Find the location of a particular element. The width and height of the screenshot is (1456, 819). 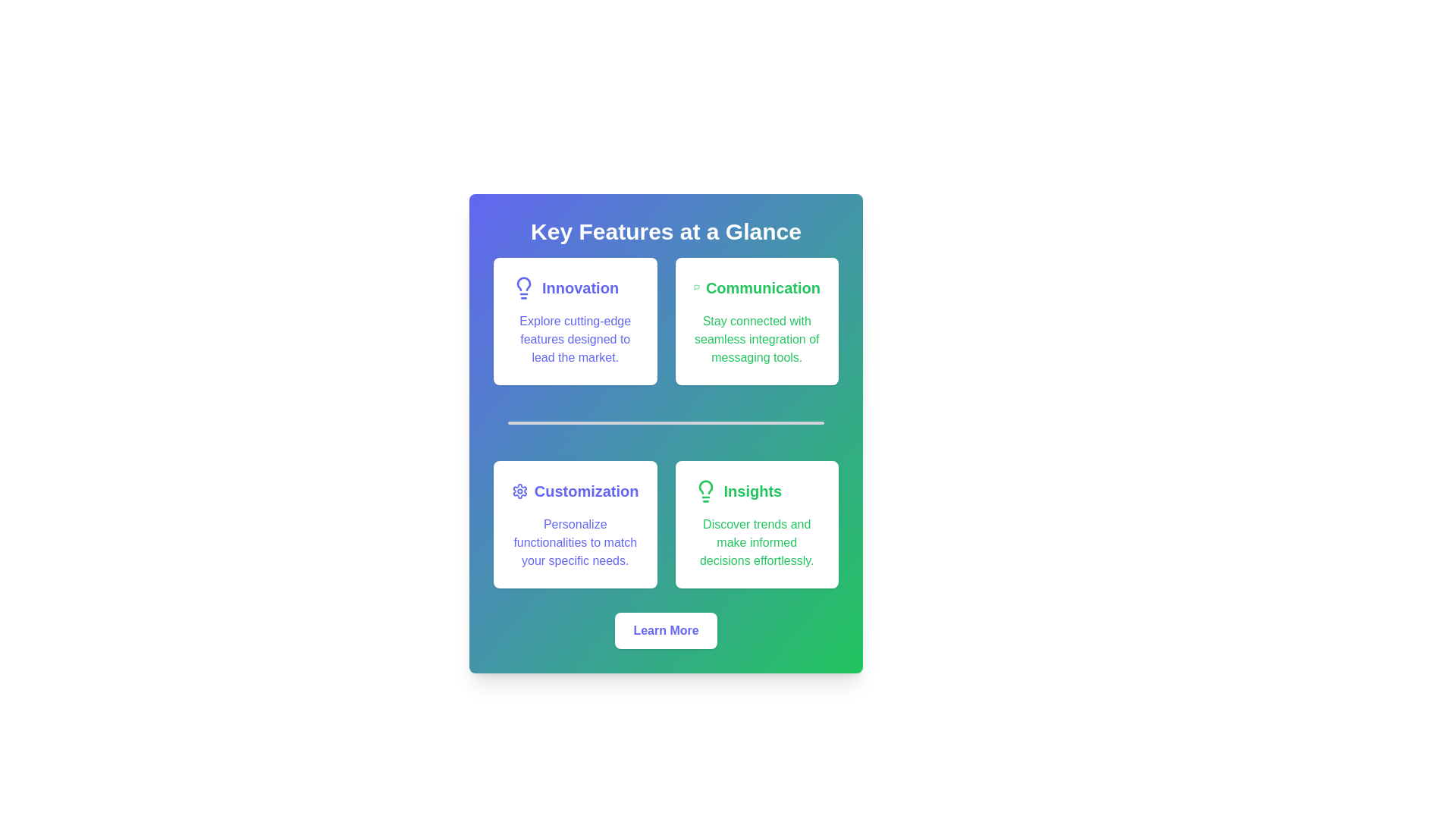

the lightbulb icon, which is a modern purple outline icon located in the top left card of the grid, symbolizing ideas or innovation is located at coordinates (524, 288).